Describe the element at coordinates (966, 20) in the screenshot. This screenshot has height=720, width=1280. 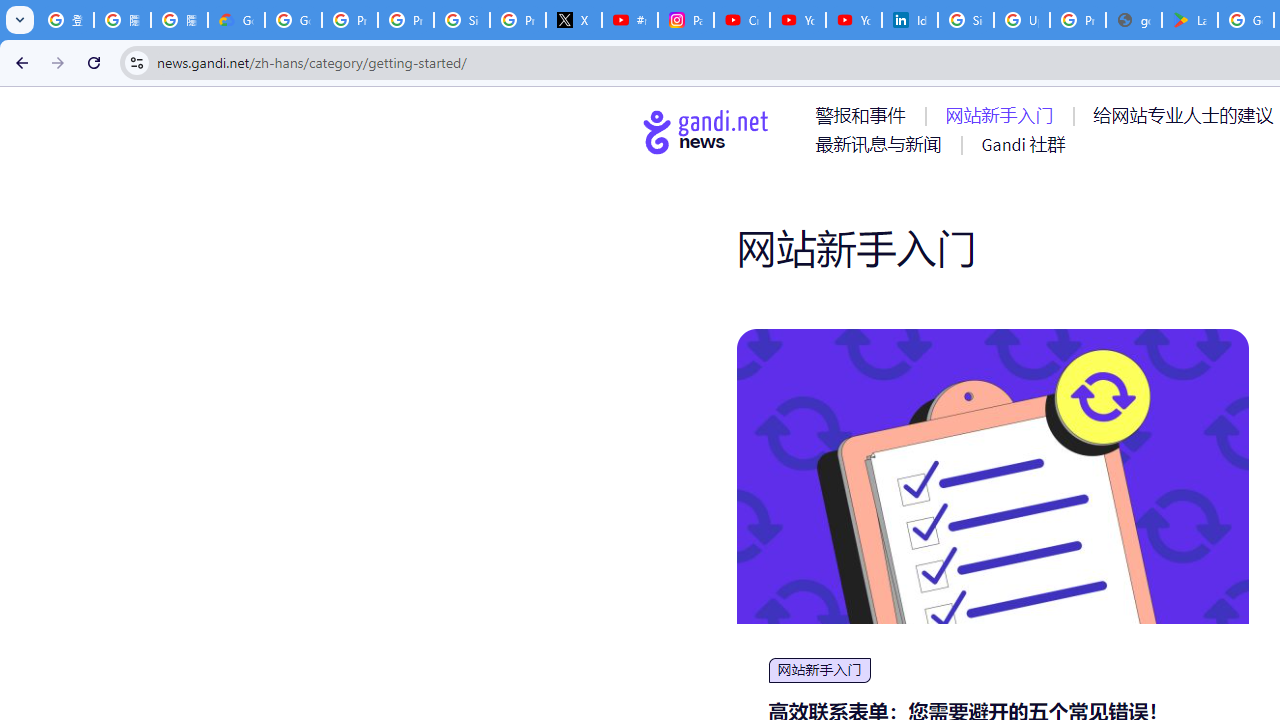
I see `'Sign in - Google Accounts'` at that location.